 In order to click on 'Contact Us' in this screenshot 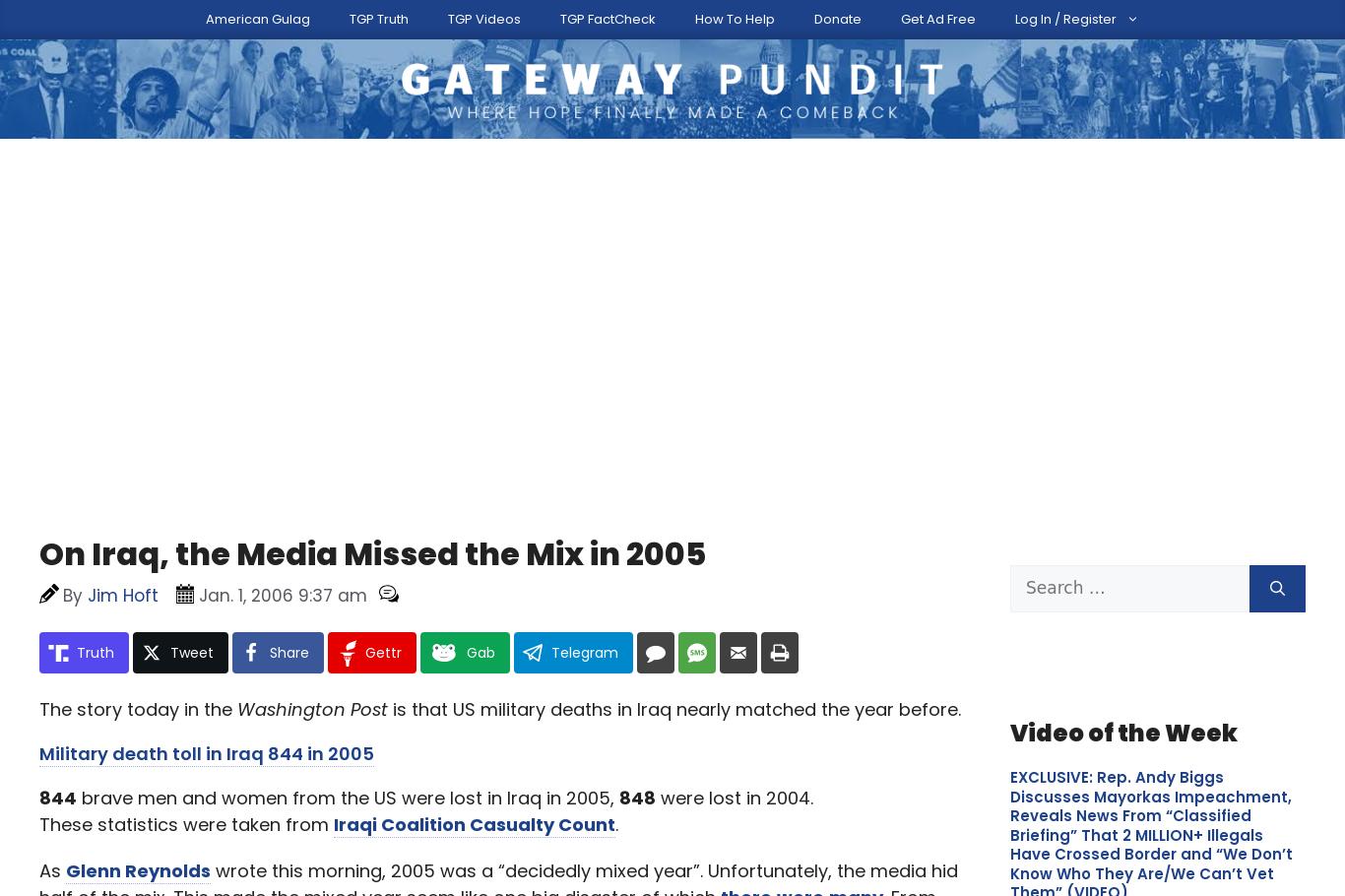, I will do `click(675, 14)`.